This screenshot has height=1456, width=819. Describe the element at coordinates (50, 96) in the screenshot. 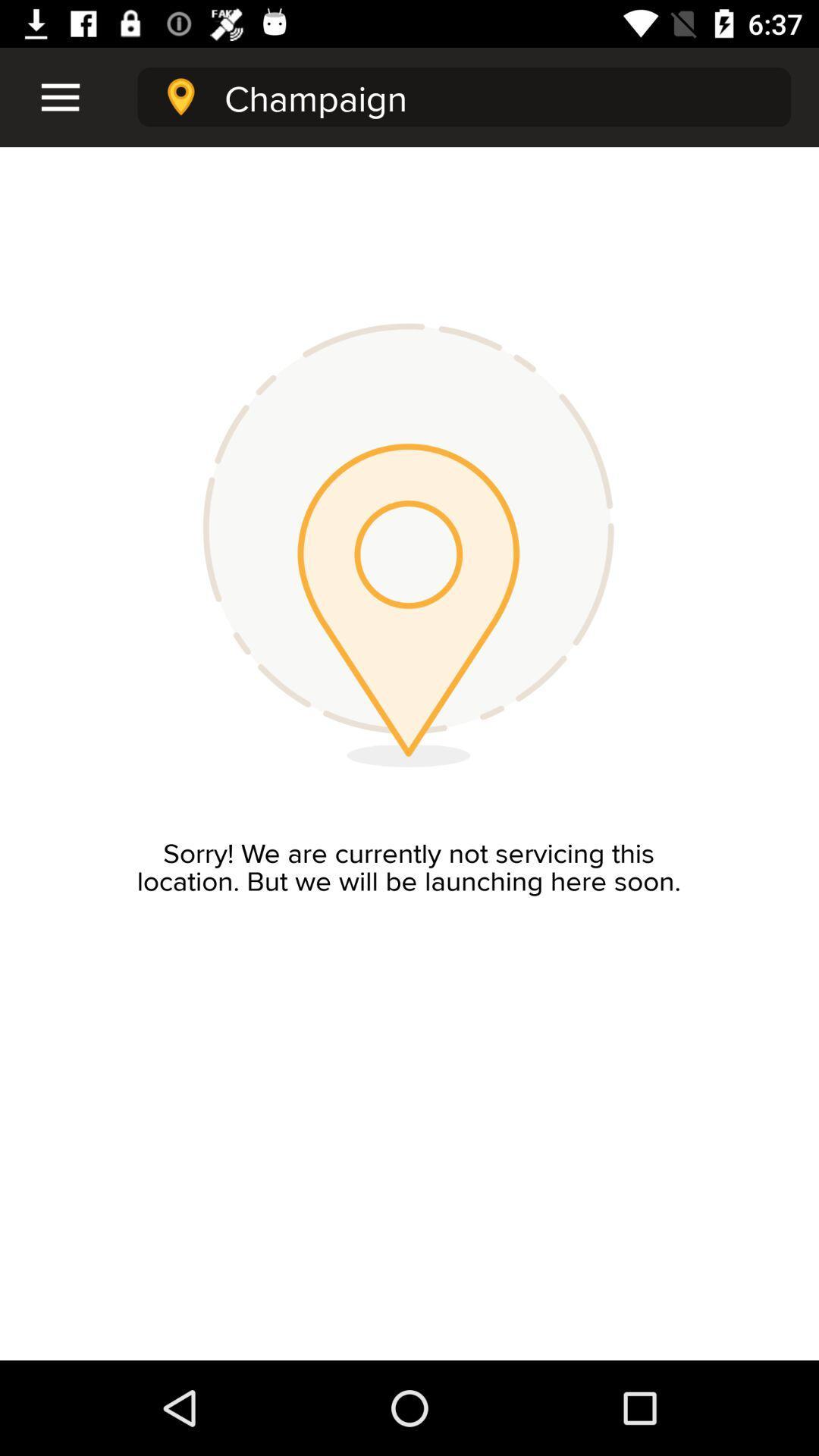

I see `the menu icon` at that location.